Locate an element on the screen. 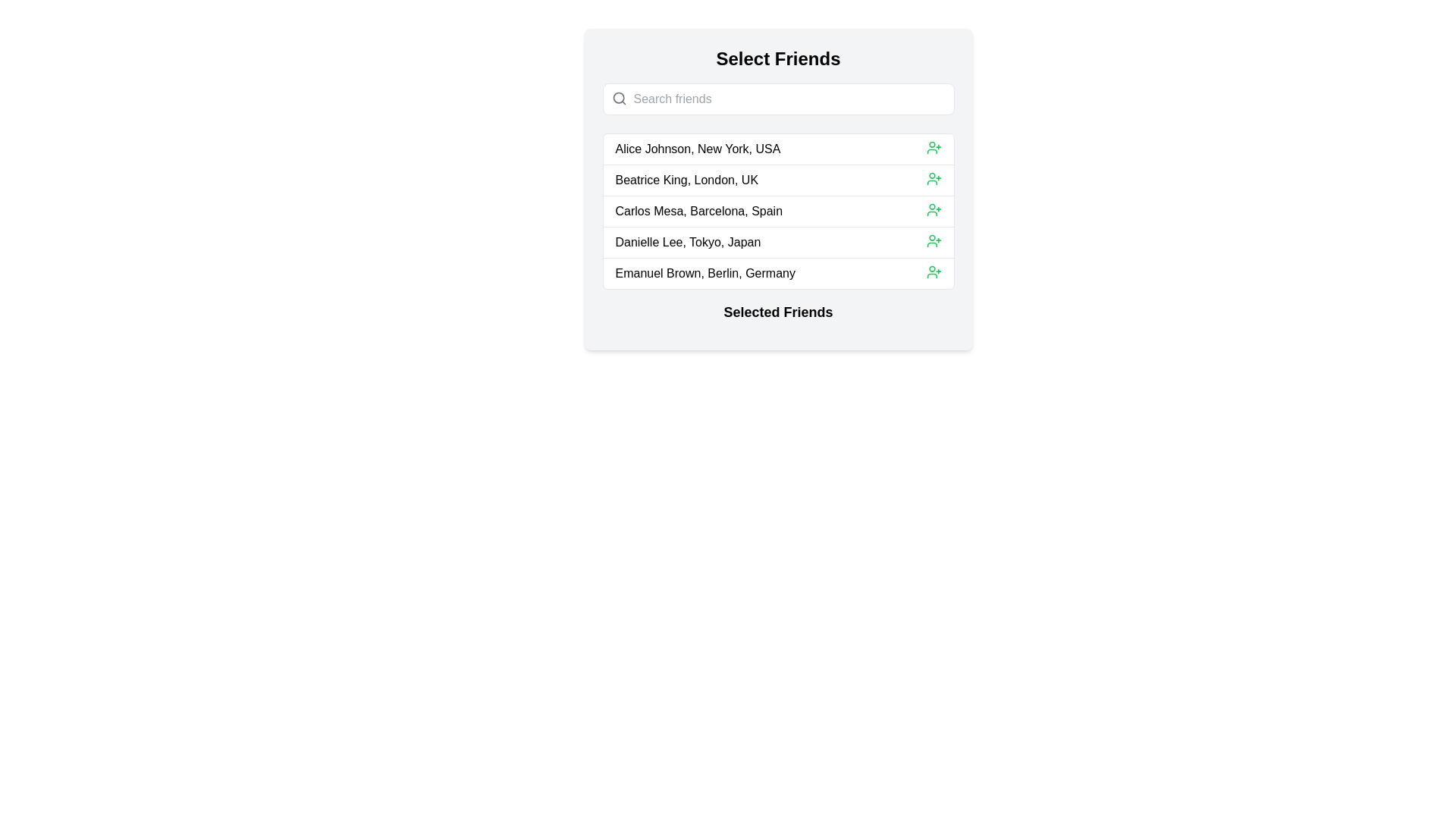 This screenshot has height=819, width=1456. the fifth selectable user item in the 'Select Friends' interface is located at coordinates (778, 273).